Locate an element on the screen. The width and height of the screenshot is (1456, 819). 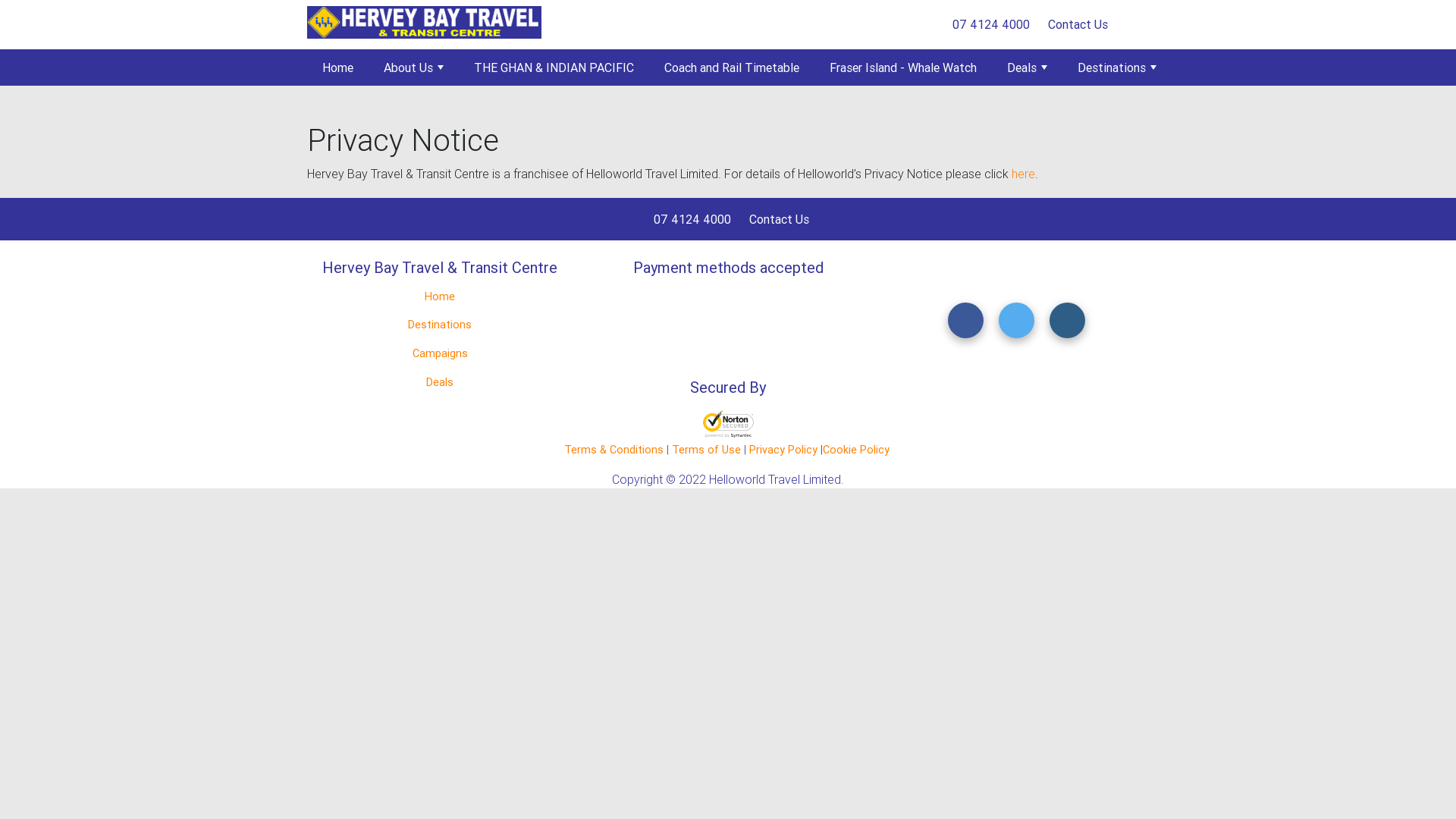
'Contact Us' is located at coordinates (776, 219).